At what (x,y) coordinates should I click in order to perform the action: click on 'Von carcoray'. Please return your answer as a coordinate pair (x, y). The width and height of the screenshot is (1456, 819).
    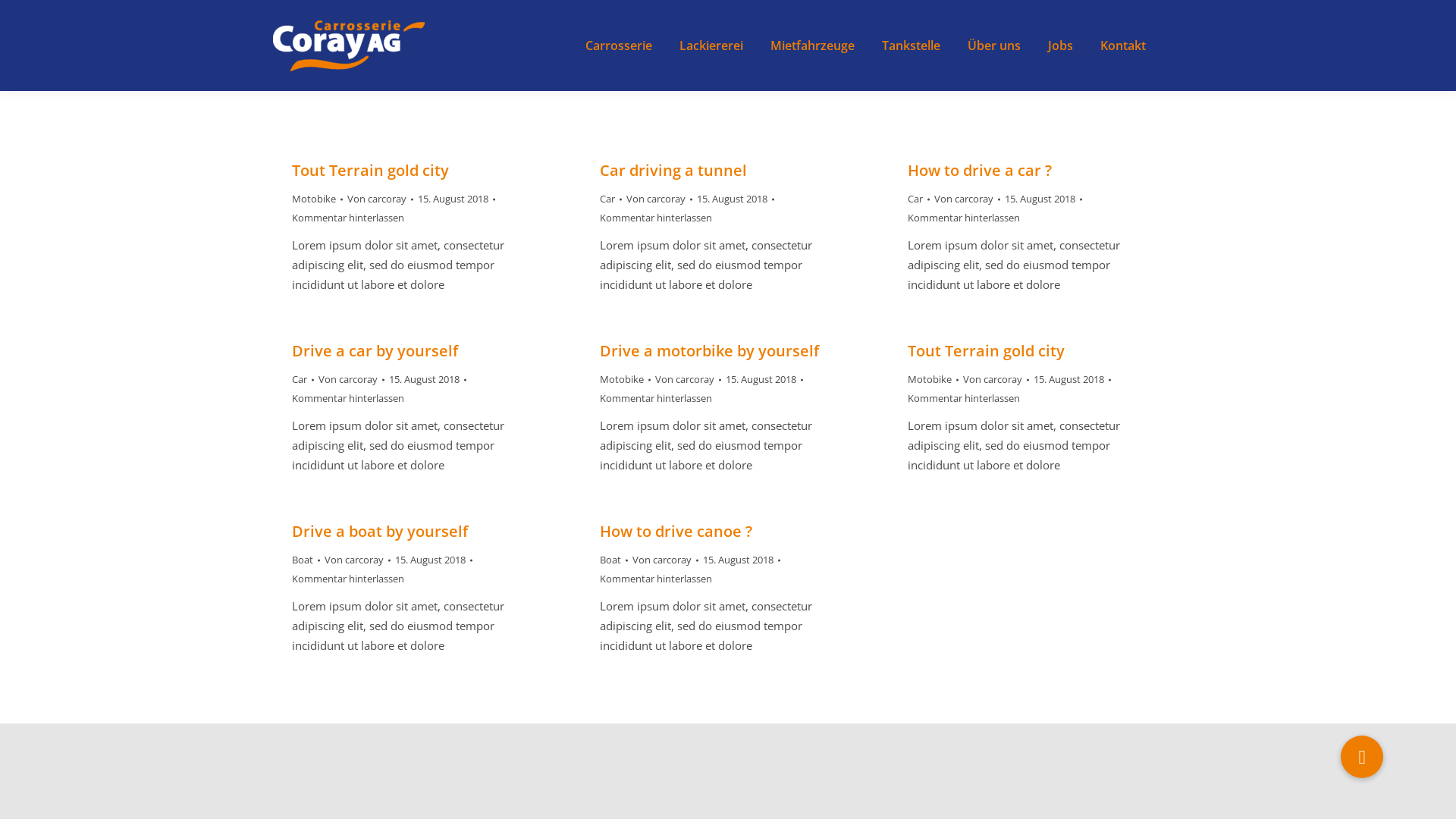
    Looking at the image, I should click on (380, 198).